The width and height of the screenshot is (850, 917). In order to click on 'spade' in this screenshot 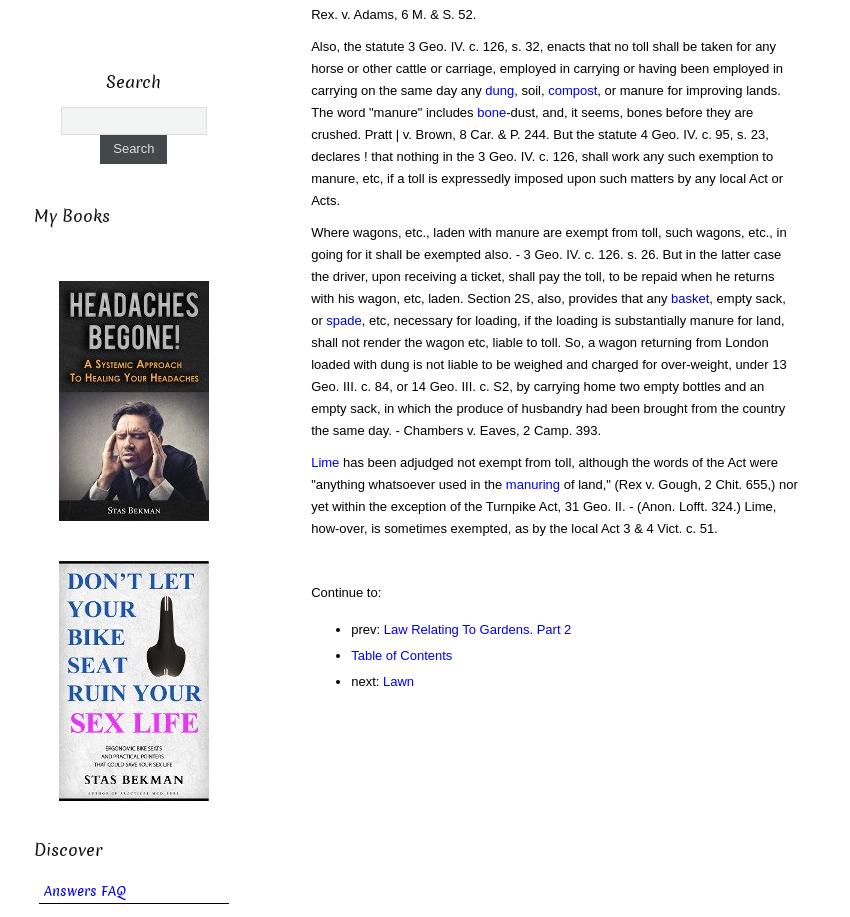, I will do `click(342, 320)`.